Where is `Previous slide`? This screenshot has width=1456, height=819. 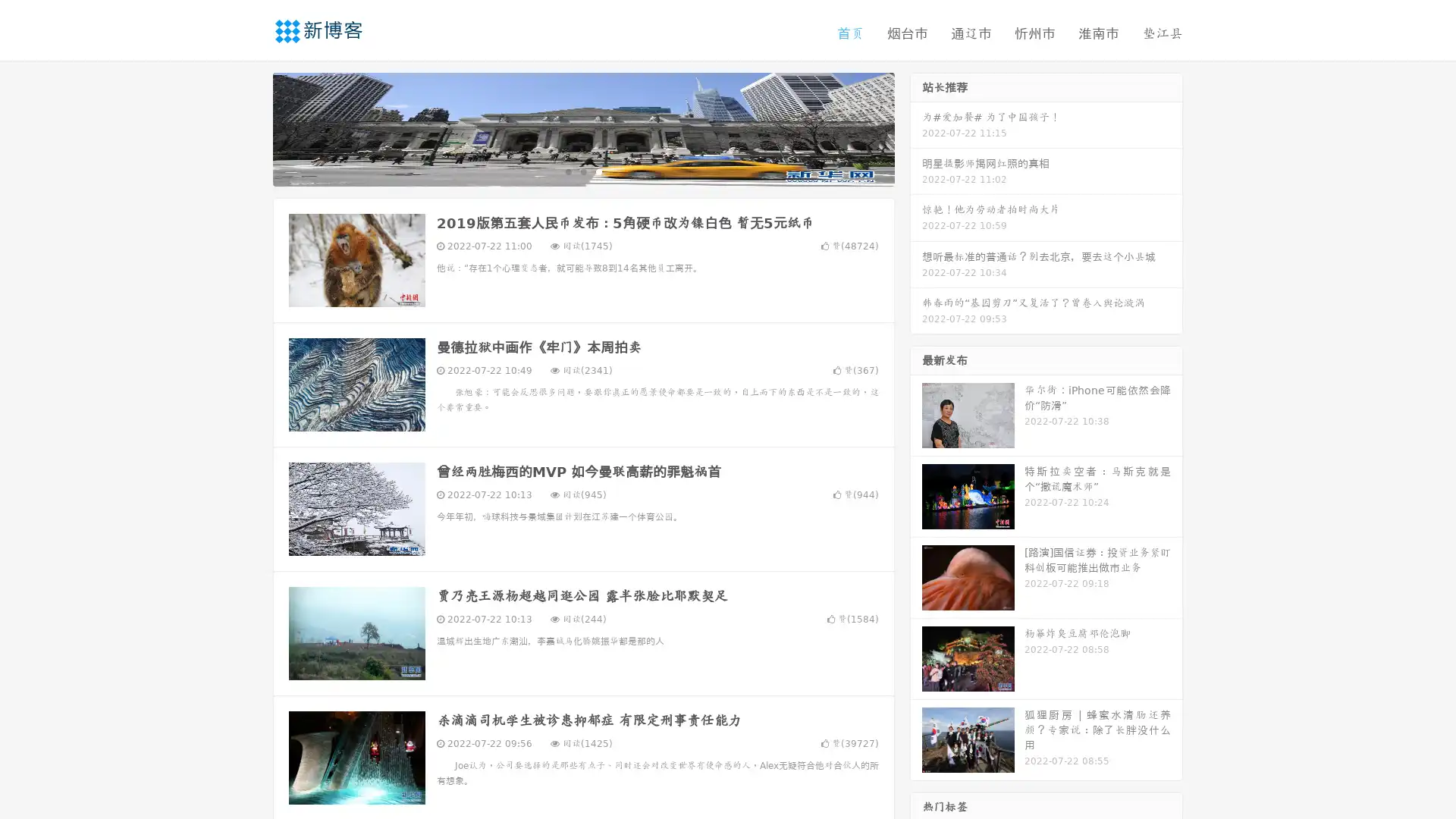
Previous slide is located at coordinates (250, 127).